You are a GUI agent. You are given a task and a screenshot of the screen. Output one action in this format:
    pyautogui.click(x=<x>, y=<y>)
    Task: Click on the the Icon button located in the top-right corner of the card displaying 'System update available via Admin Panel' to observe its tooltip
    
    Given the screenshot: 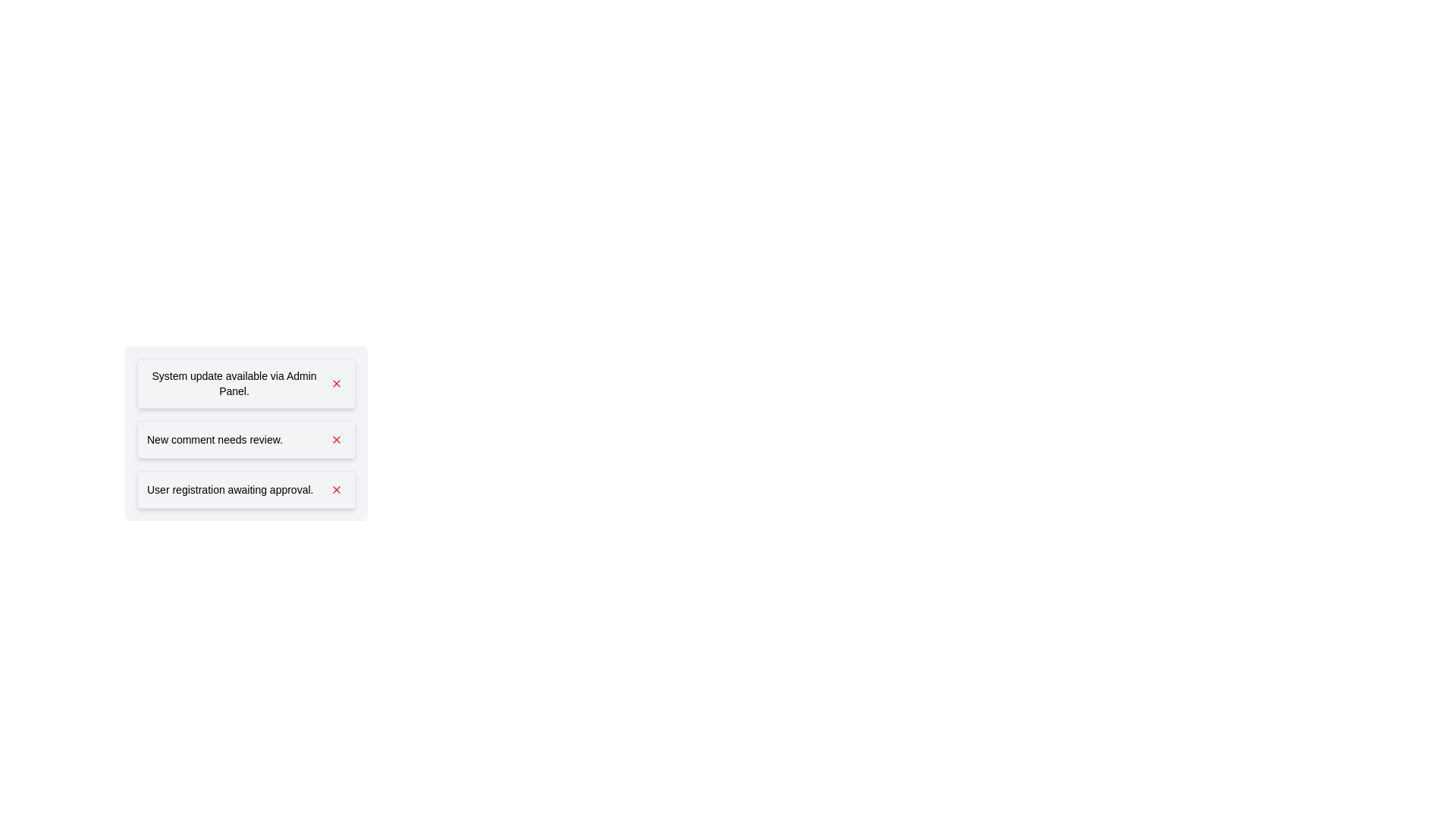 What is the action you would take?
    pyautogui.click(x=336, y=382)
    